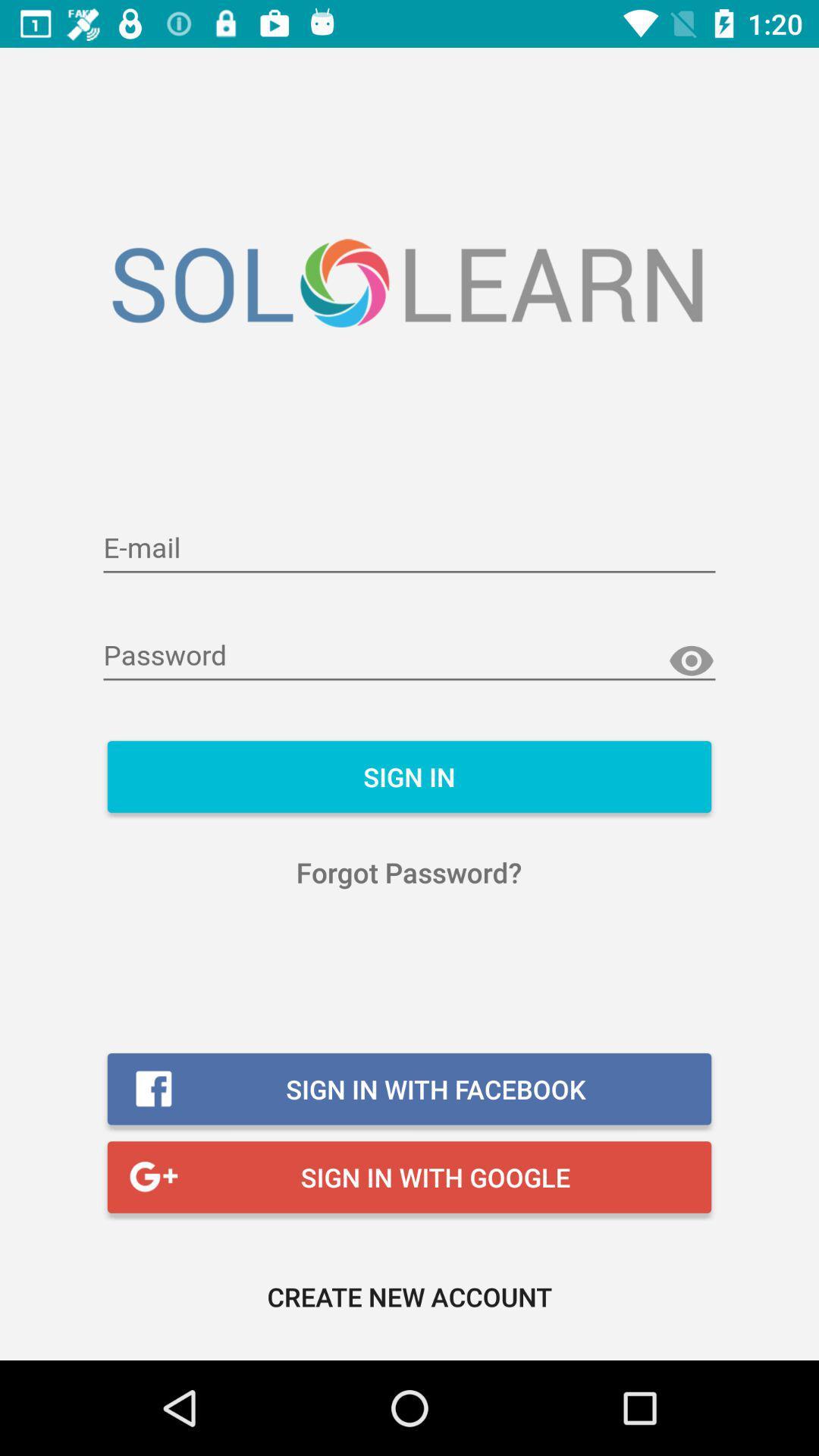  I want to click on item above the sign in with, so click(408, 872).